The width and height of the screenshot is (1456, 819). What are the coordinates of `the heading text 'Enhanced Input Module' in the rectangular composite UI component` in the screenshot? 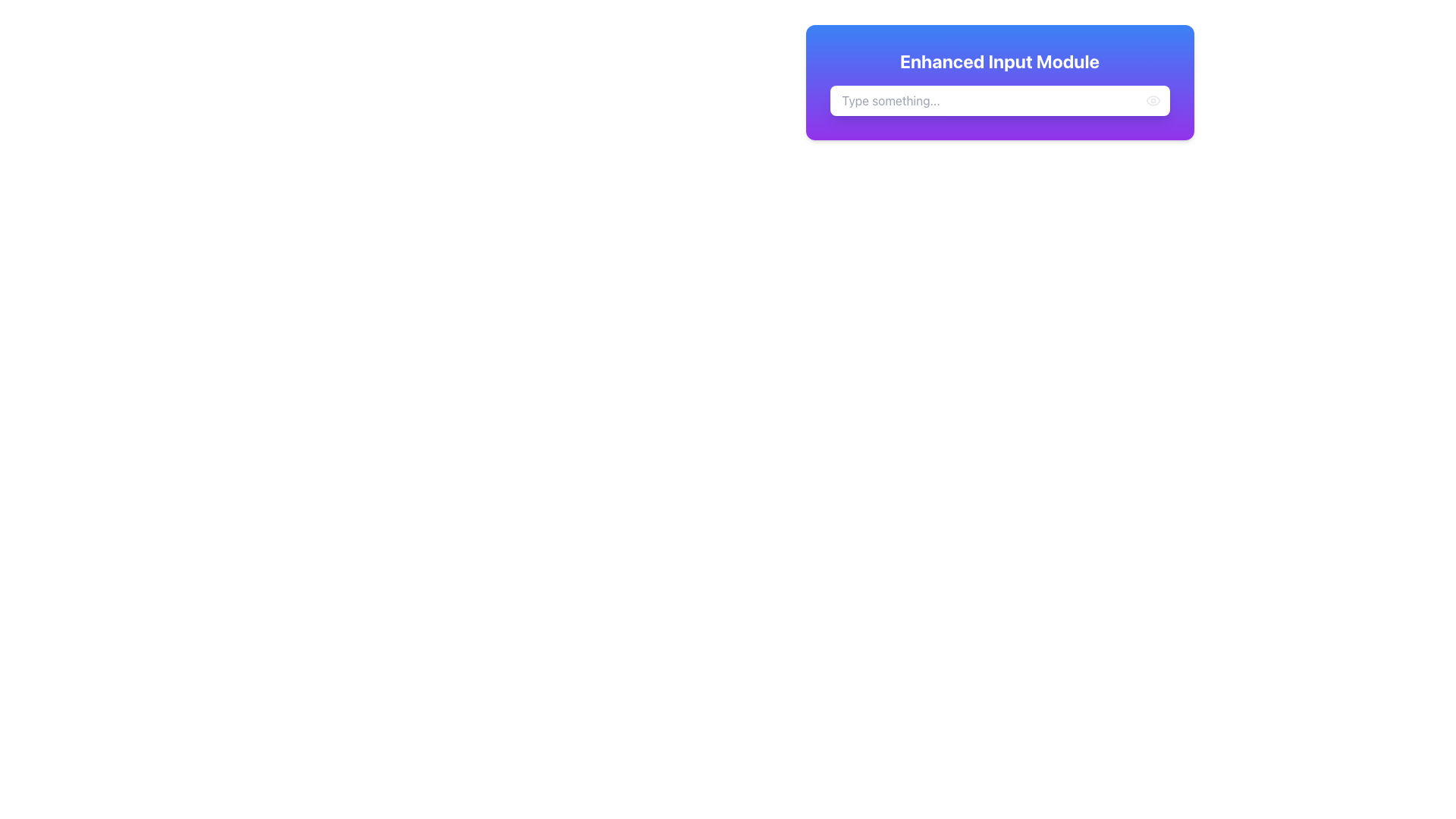 It's located at (999, 82).